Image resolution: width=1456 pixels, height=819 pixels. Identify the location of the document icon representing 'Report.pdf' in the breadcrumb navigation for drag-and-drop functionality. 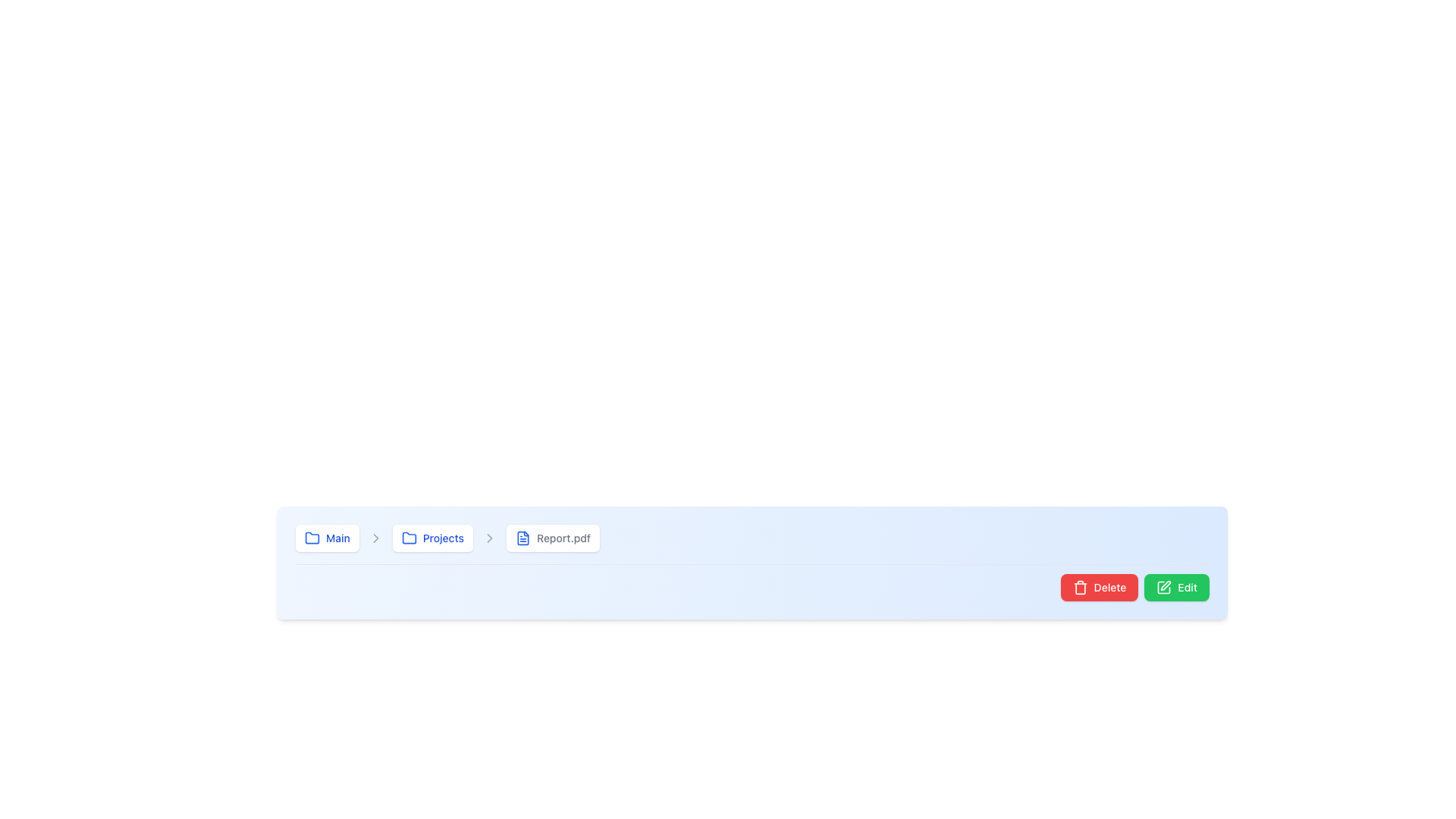
(523, 537).